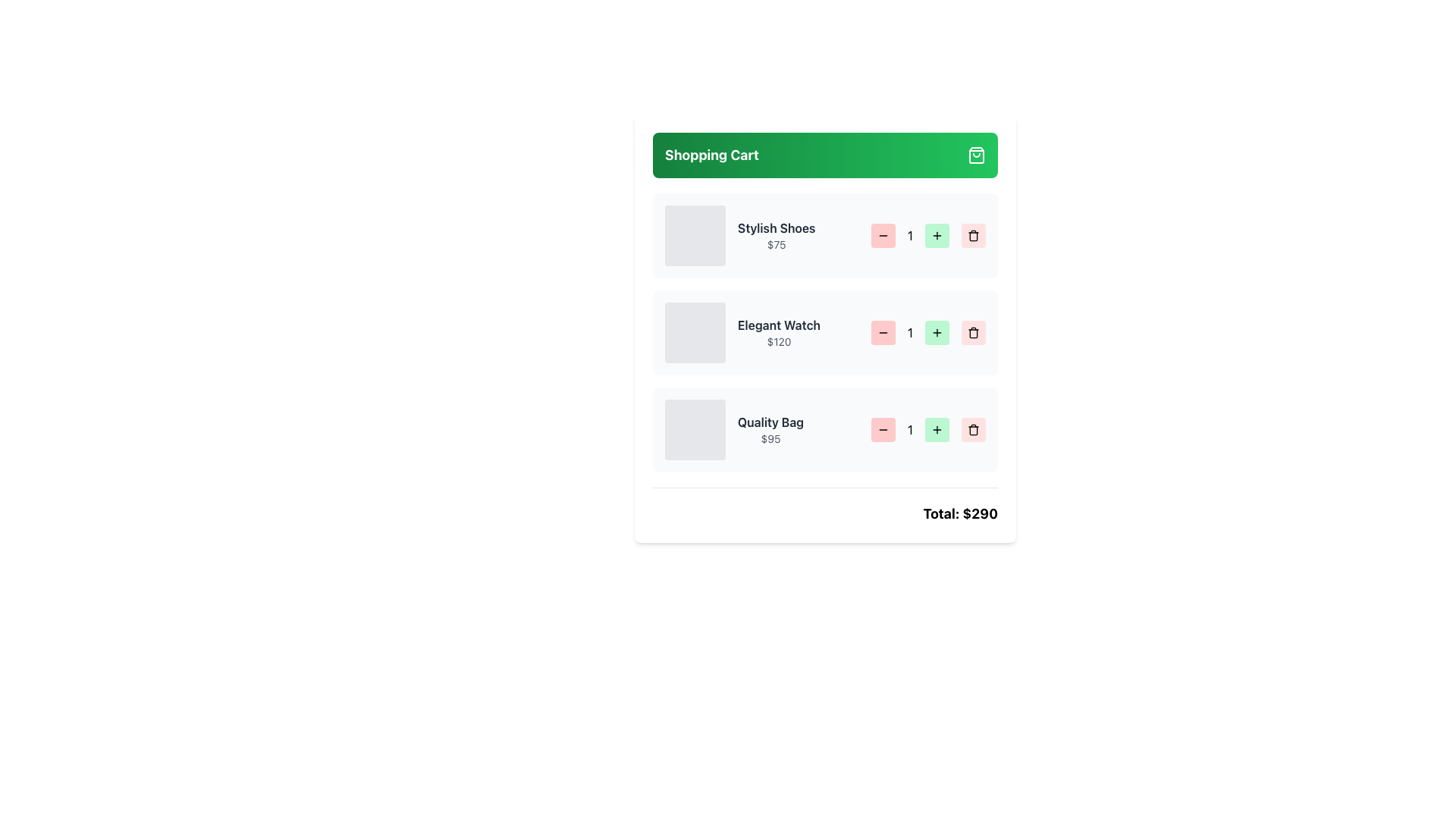 The image size is (1456, 819). What do you see at coordinates (742, 332) in the screenshot?
I see `text content displayed in the product listing element located in the second row of the shopping cart, positioned between 'Stylish Shoes' and 'Quality Bag', to the left of the quantity modification controls` at bounding box center [742, 332].